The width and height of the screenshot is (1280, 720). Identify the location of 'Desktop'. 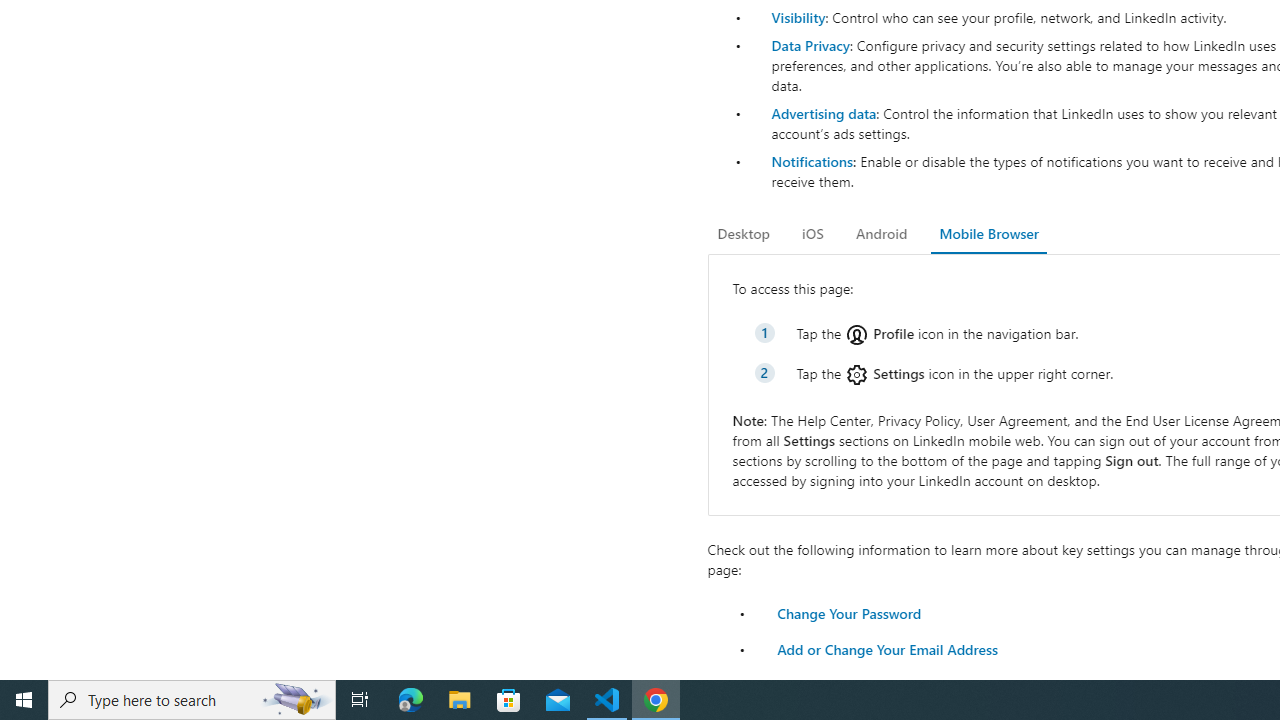
(743, 233).